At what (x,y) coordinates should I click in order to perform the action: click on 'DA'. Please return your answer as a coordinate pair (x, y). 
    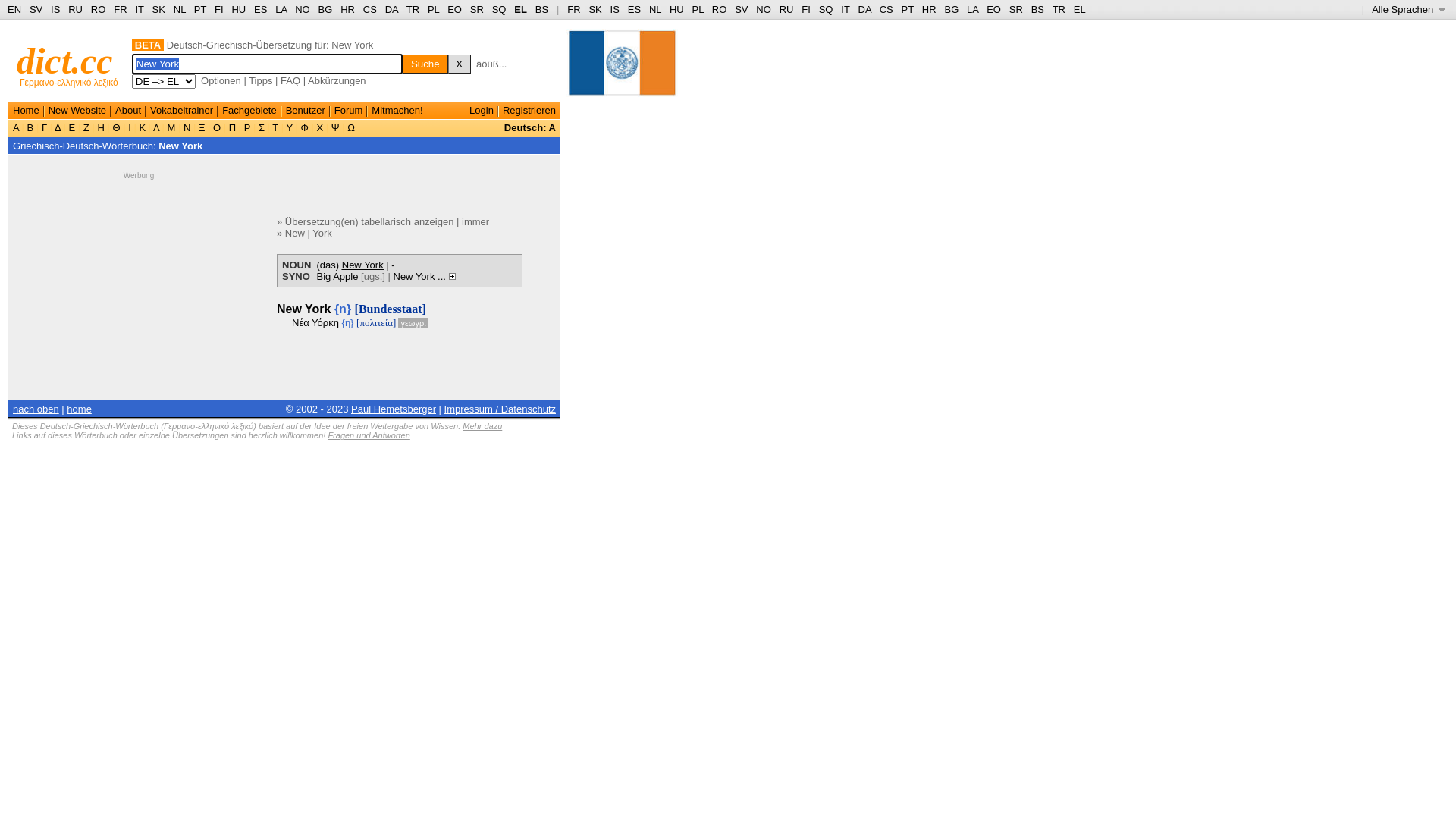
    Looking at the image, I should click on (864, 9).